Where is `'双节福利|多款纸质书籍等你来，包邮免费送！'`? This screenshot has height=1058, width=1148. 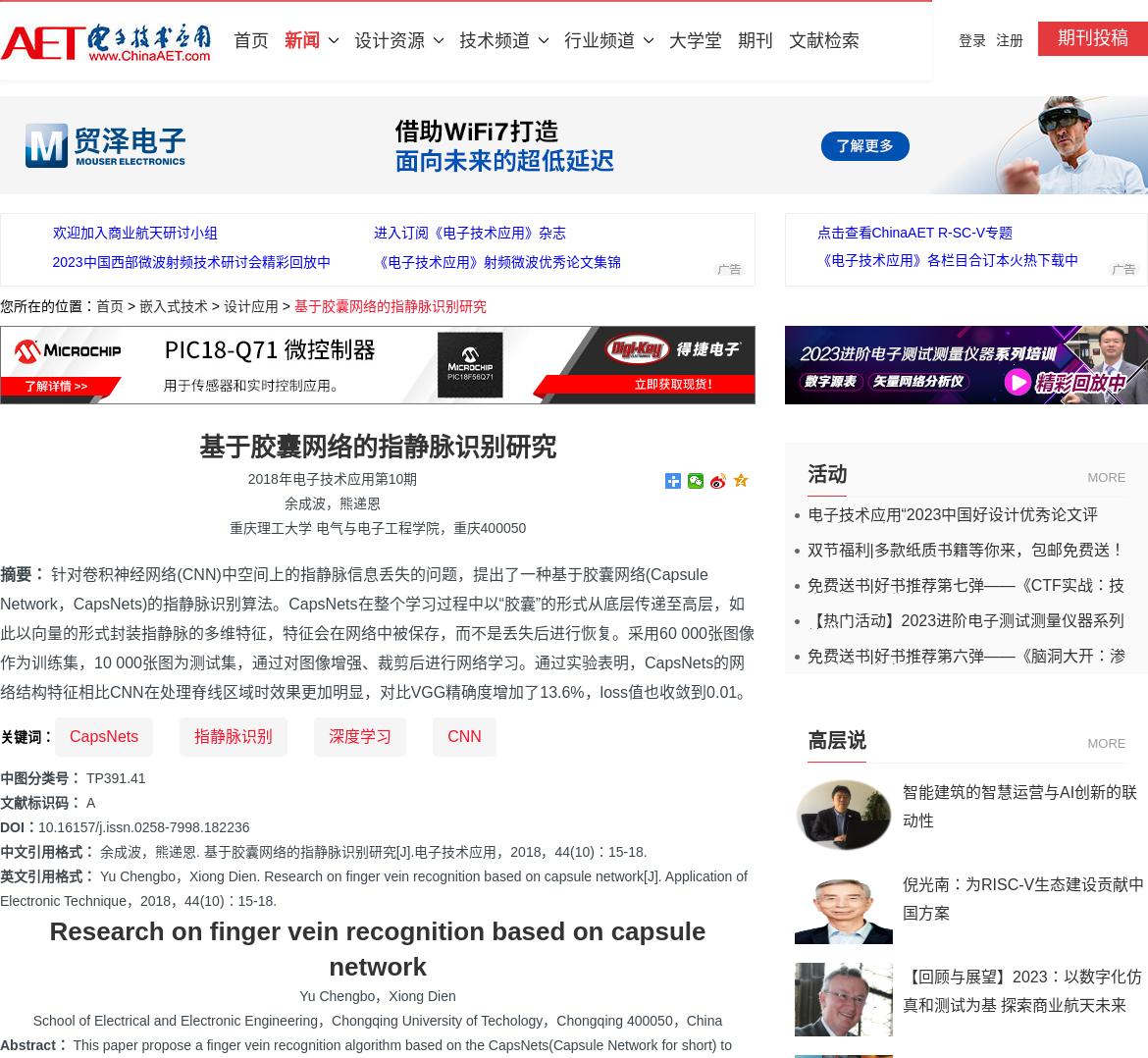 '双节福利|多款纸质书籍等你来，包邮免费送！' is located at coordinates (965, 549).